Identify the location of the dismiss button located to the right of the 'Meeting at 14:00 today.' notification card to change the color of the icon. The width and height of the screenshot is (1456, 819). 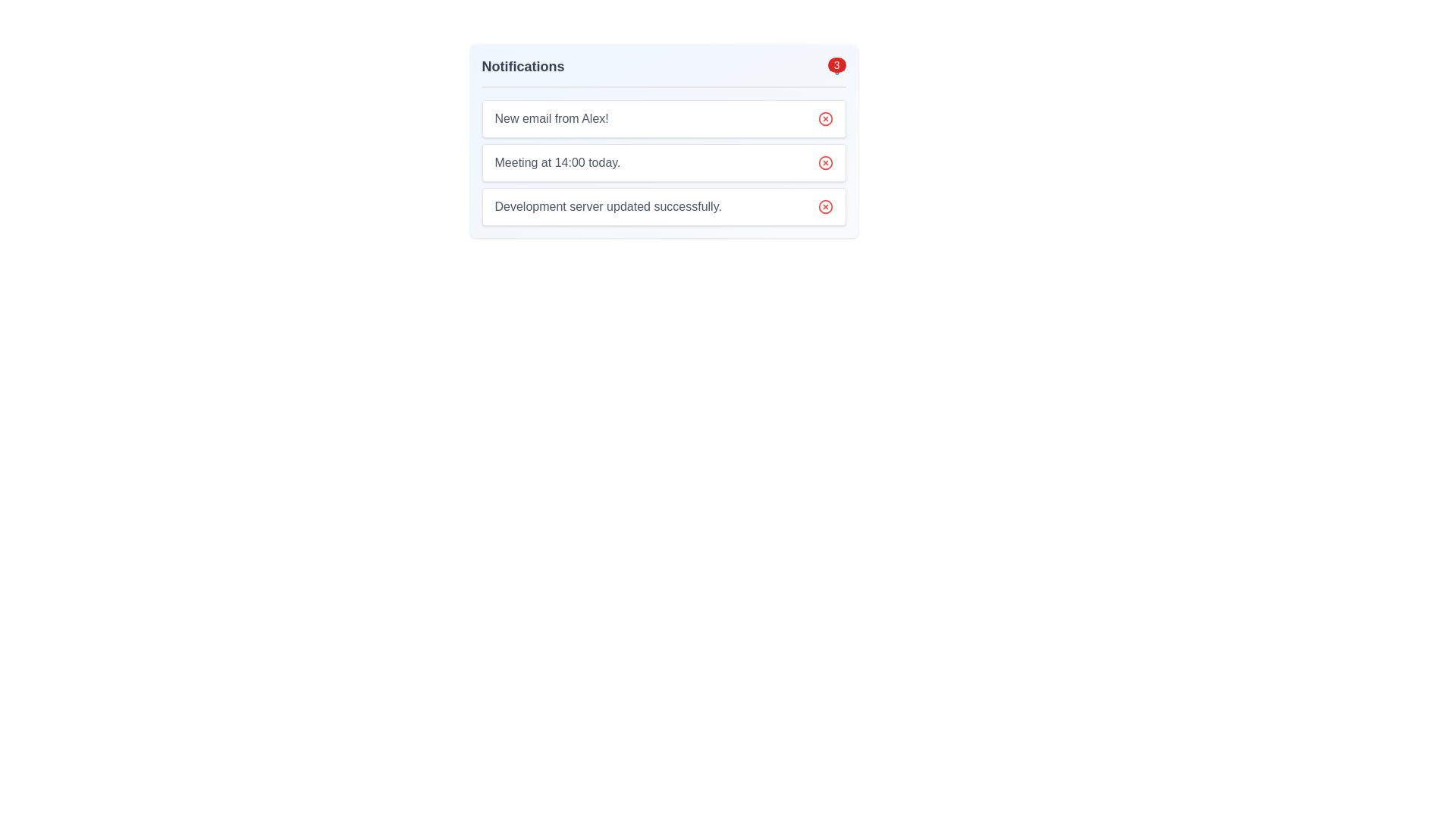
(824, 163).